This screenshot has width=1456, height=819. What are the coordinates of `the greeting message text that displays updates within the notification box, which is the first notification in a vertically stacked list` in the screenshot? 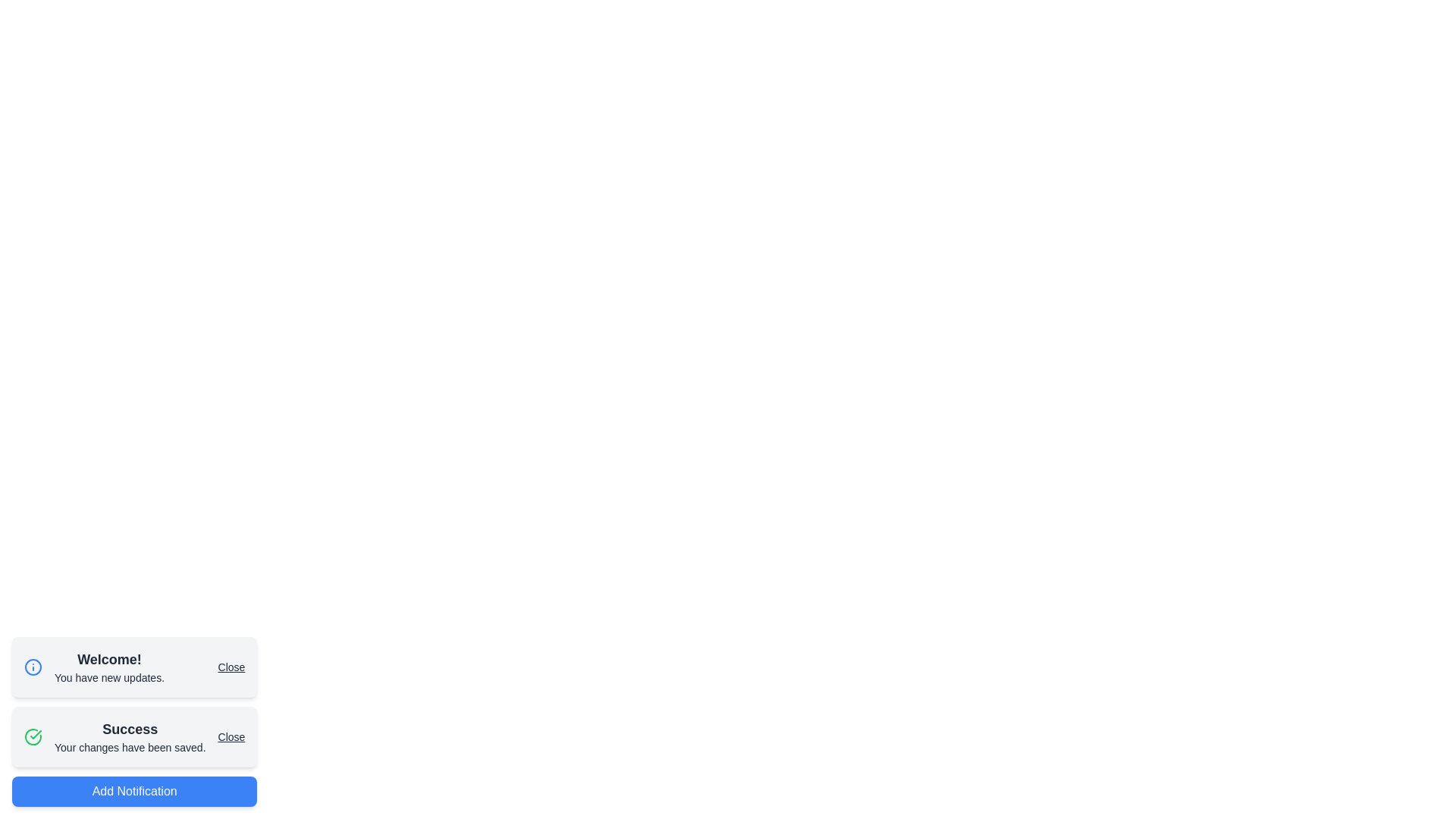 It's located at (108, 666).